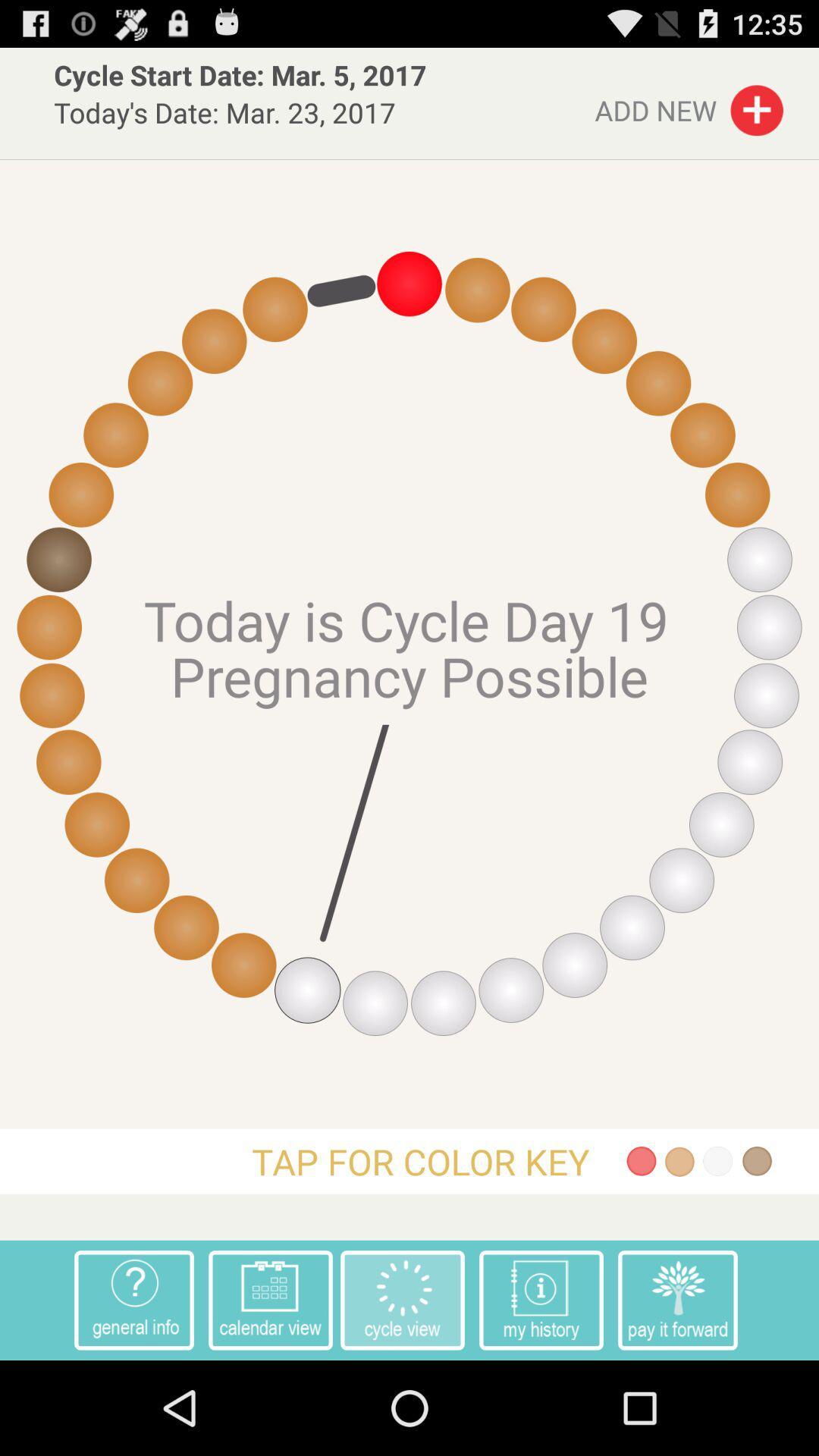 The width and height of the screenshot is (819, 1456). Describe the element at coordinates (133, 1299) in the screenshot. I see `icon to the left of the   app` at that location.